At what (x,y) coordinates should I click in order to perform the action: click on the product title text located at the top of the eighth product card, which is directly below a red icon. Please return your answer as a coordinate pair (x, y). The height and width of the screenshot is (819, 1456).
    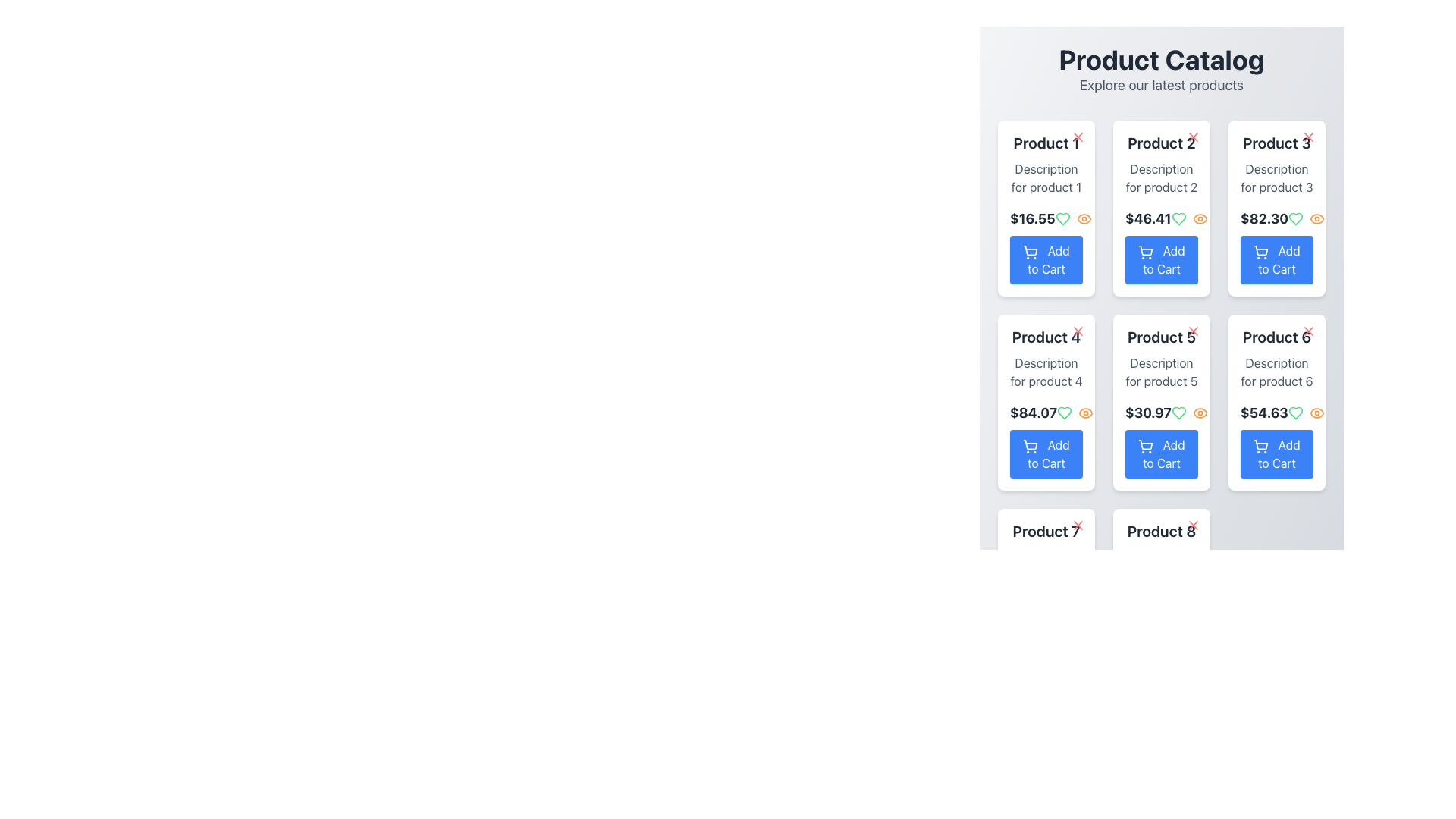
    Looking at the image, I should click on (1160, 531).